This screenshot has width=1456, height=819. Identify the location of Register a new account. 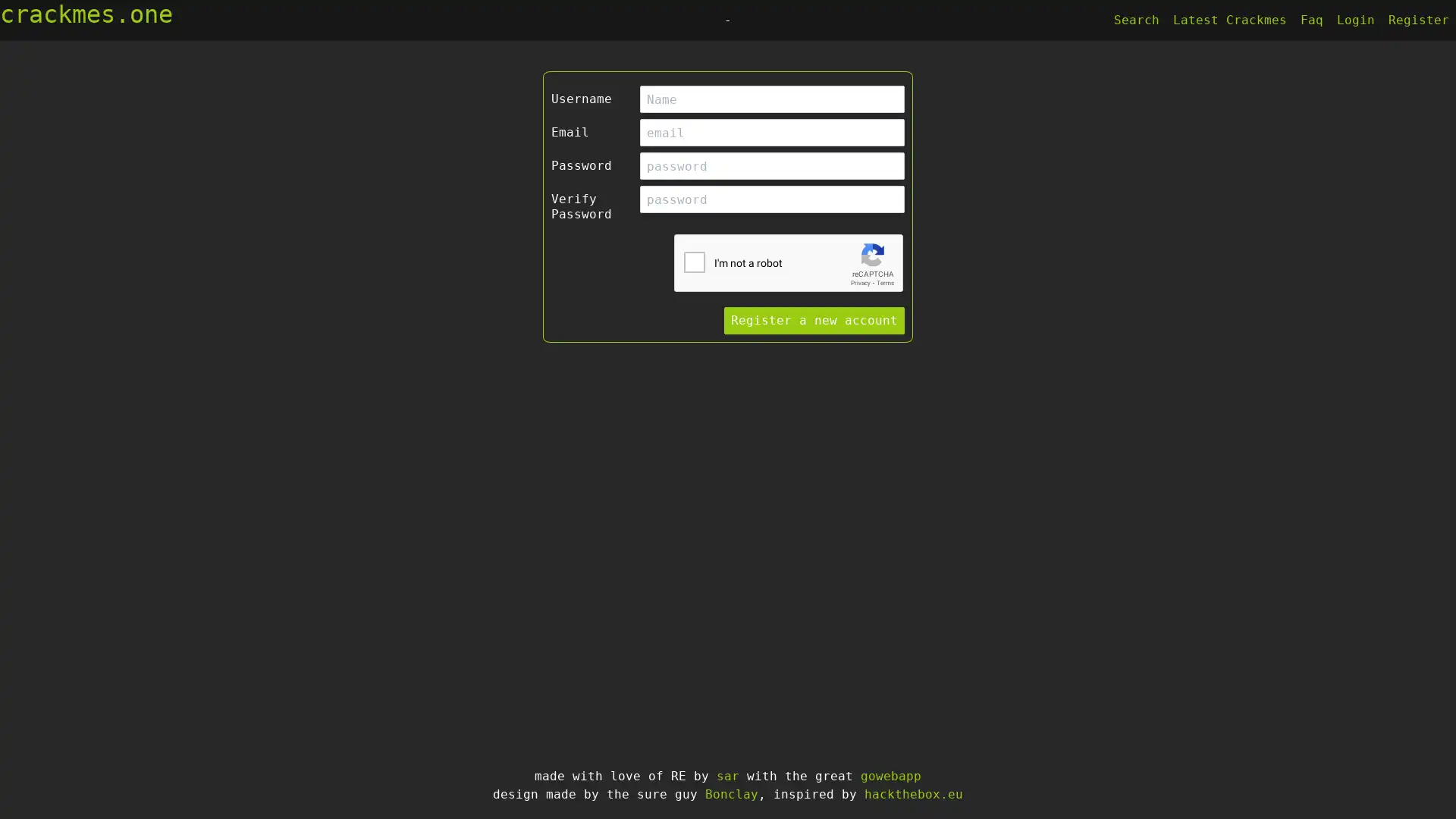
(814, 320).